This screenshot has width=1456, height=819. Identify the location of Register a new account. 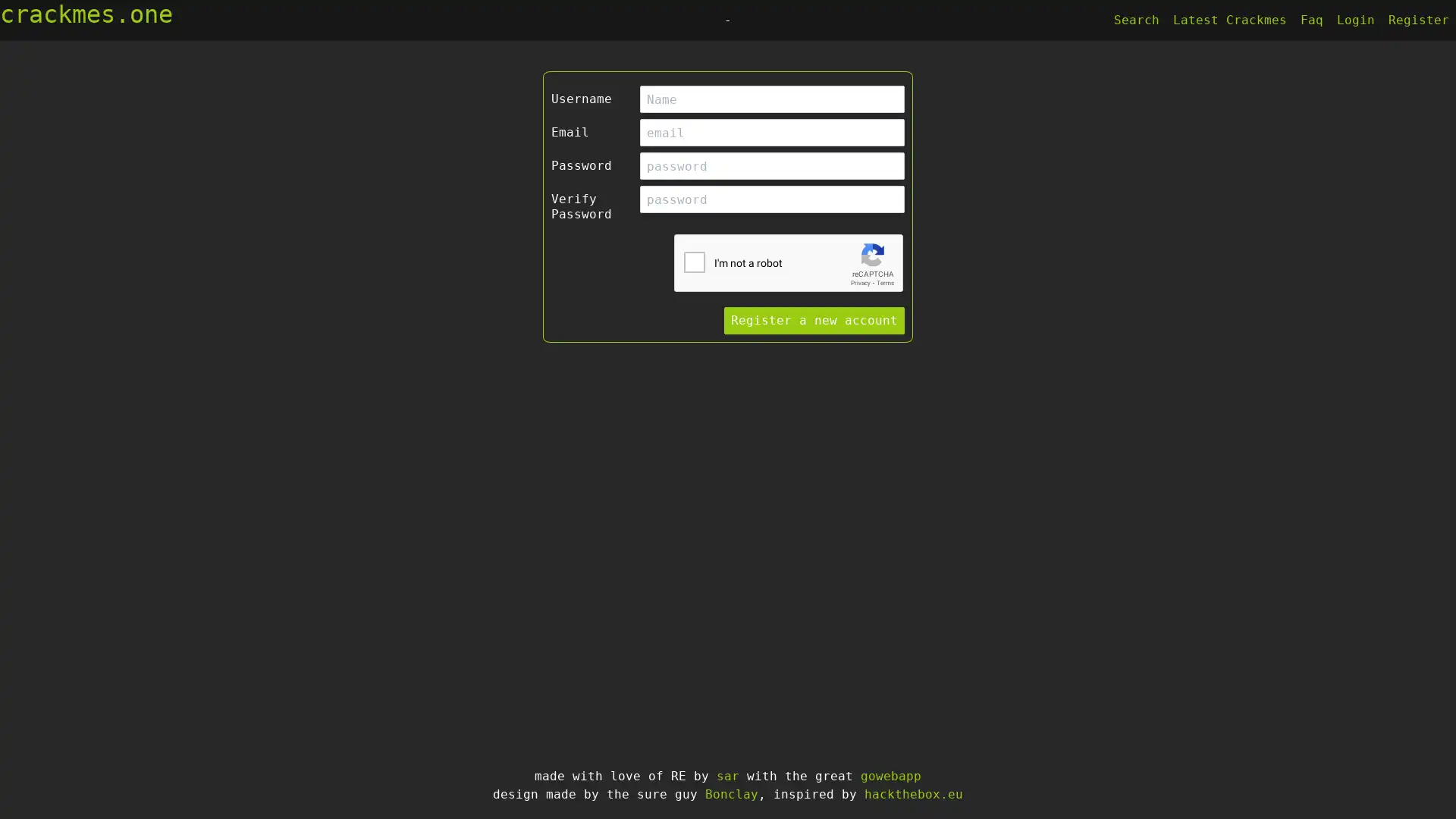
(814, 320).